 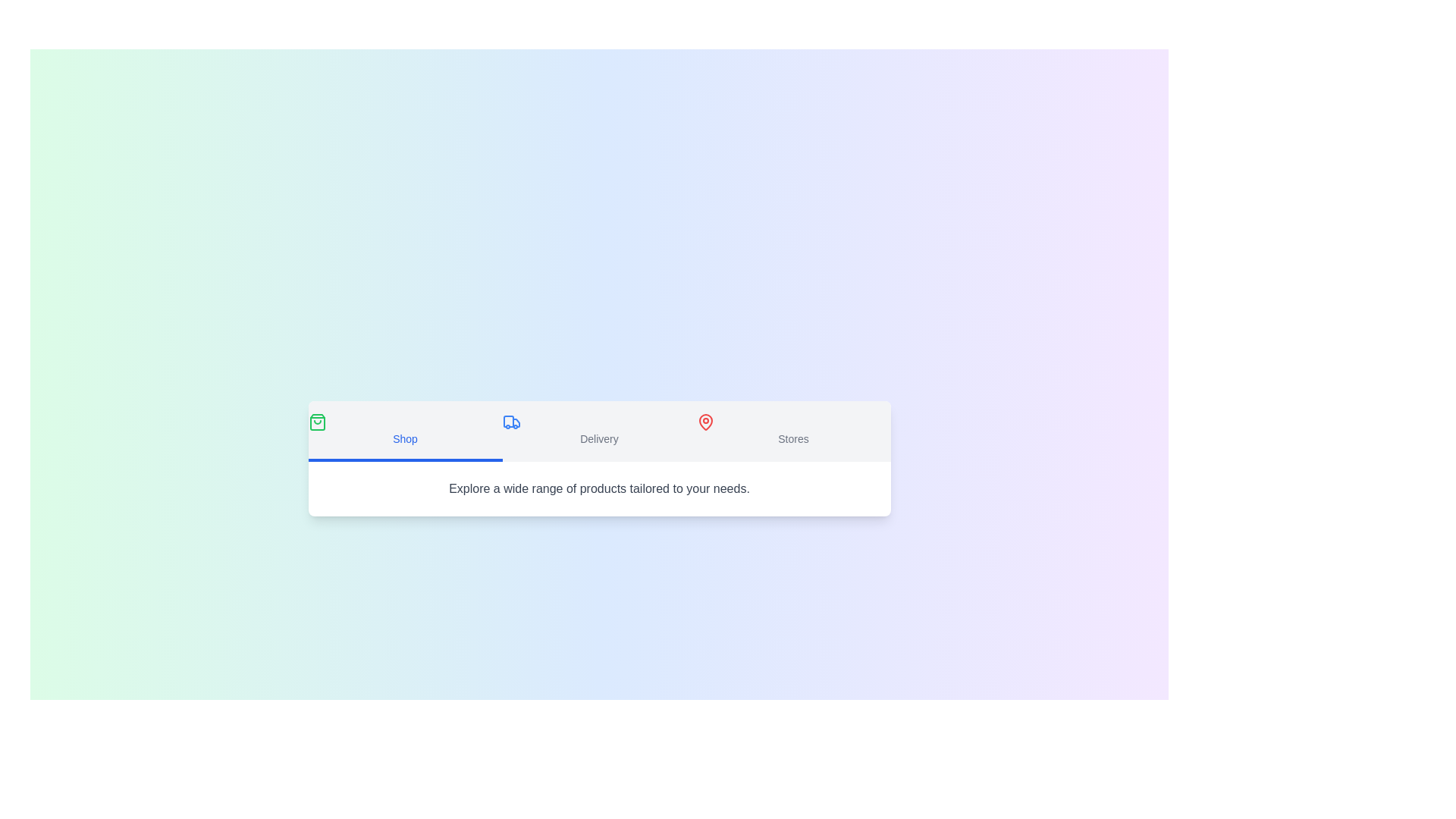 I want to click on the Delivery tab by clicking on its label, so click(x=598, y=431).